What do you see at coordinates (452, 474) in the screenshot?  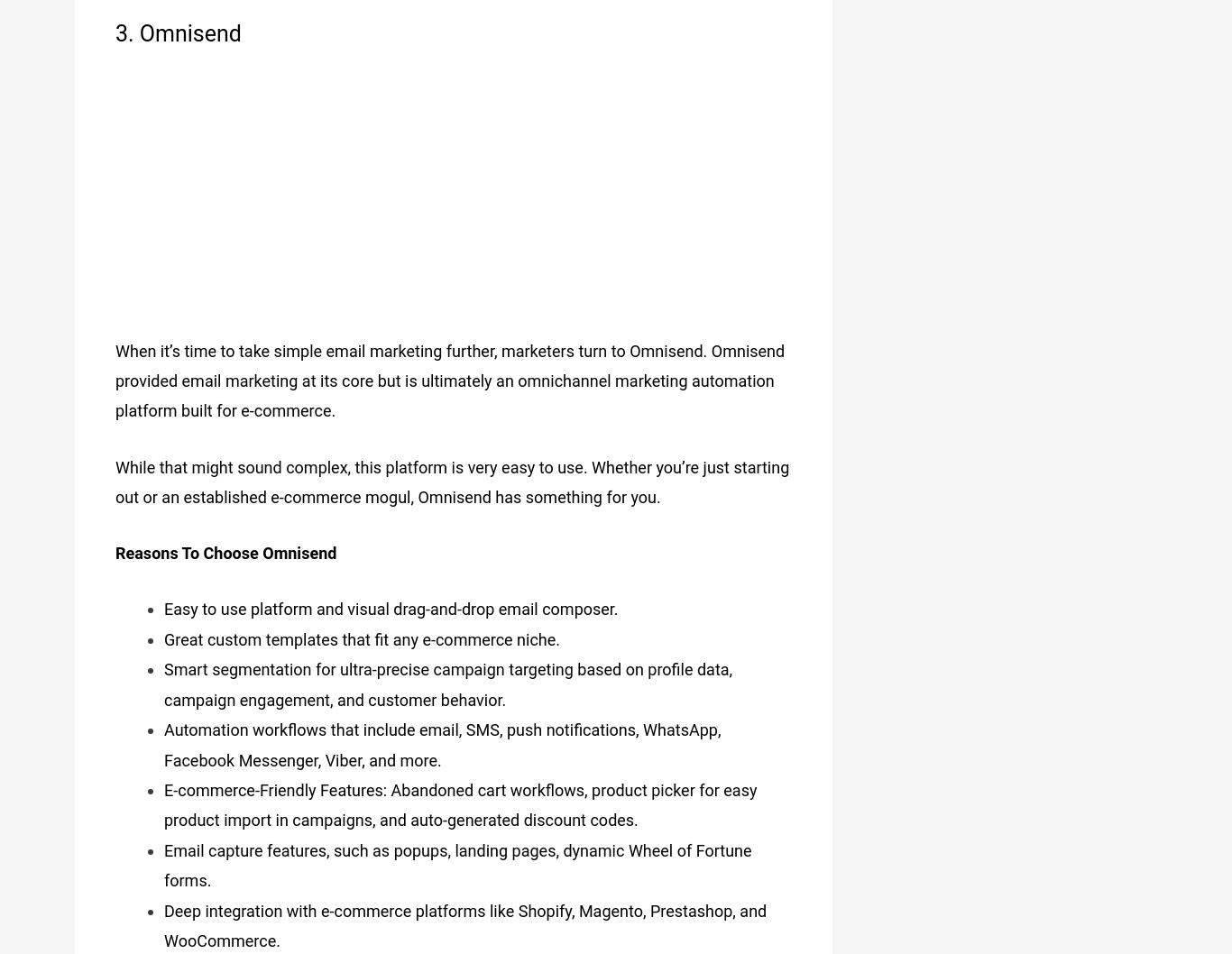 I see `'While that might sound complex, this platform is very easy to use. Whether you’re just starting out or an established e-commerce mogul, Omnisend has something for you.'` at bounding box center [452, 474].